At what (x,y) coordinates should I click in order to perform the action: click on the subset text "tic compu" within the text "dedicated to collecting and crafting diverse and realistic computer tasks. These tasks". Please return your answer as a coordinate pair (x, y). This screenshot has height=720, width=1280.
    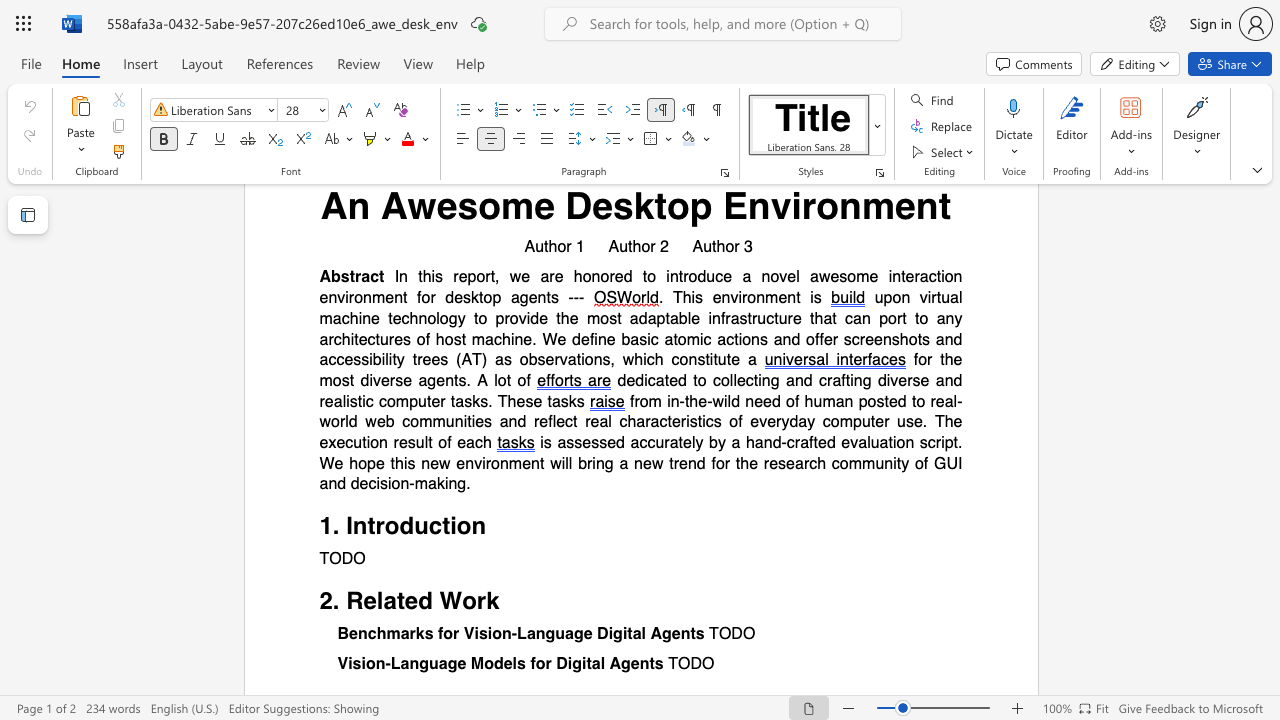
    Looking at the image, I should click on (357, 401).